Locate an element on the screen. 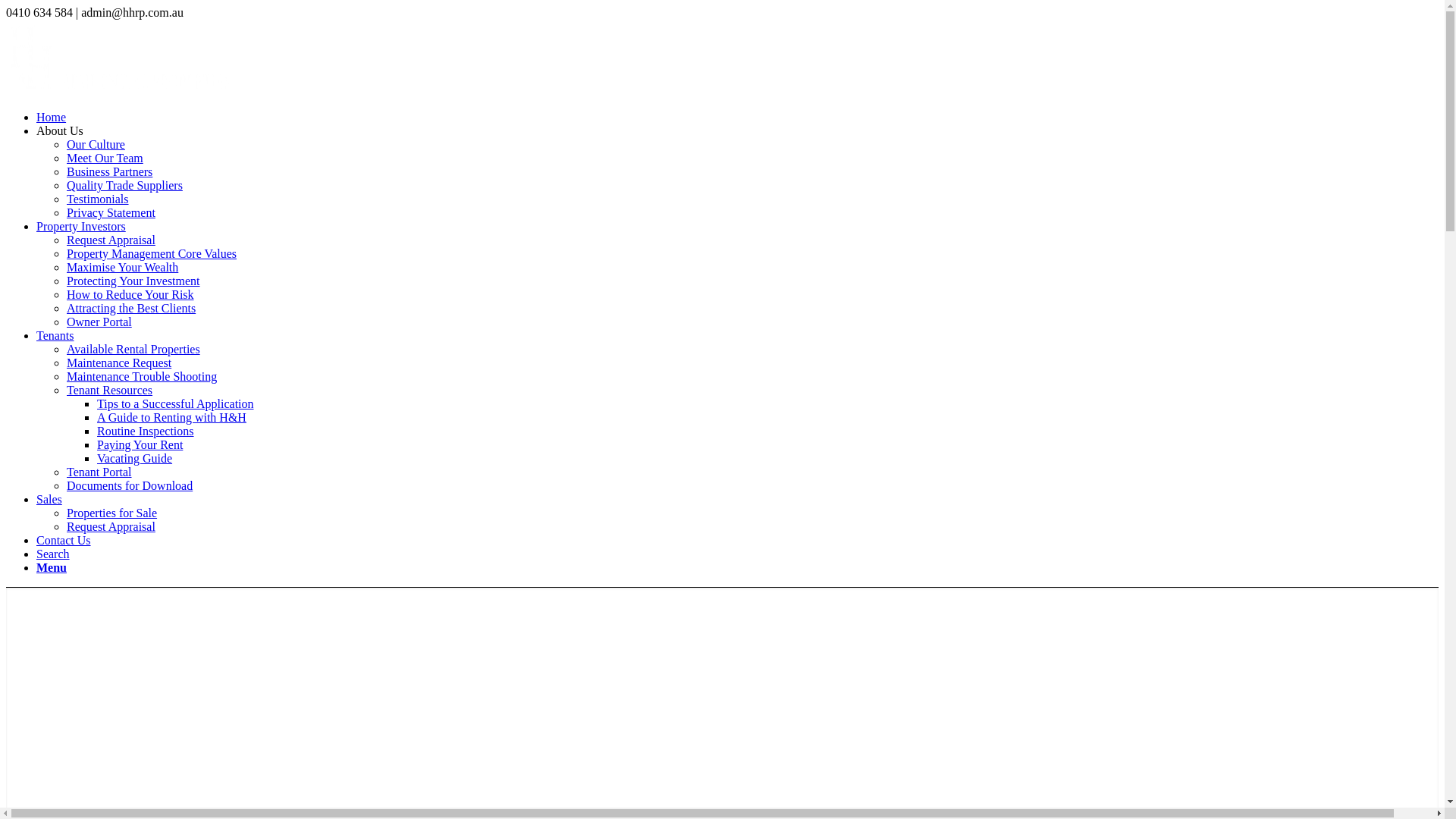  'Tenants' is located at coordinates (36, 334).